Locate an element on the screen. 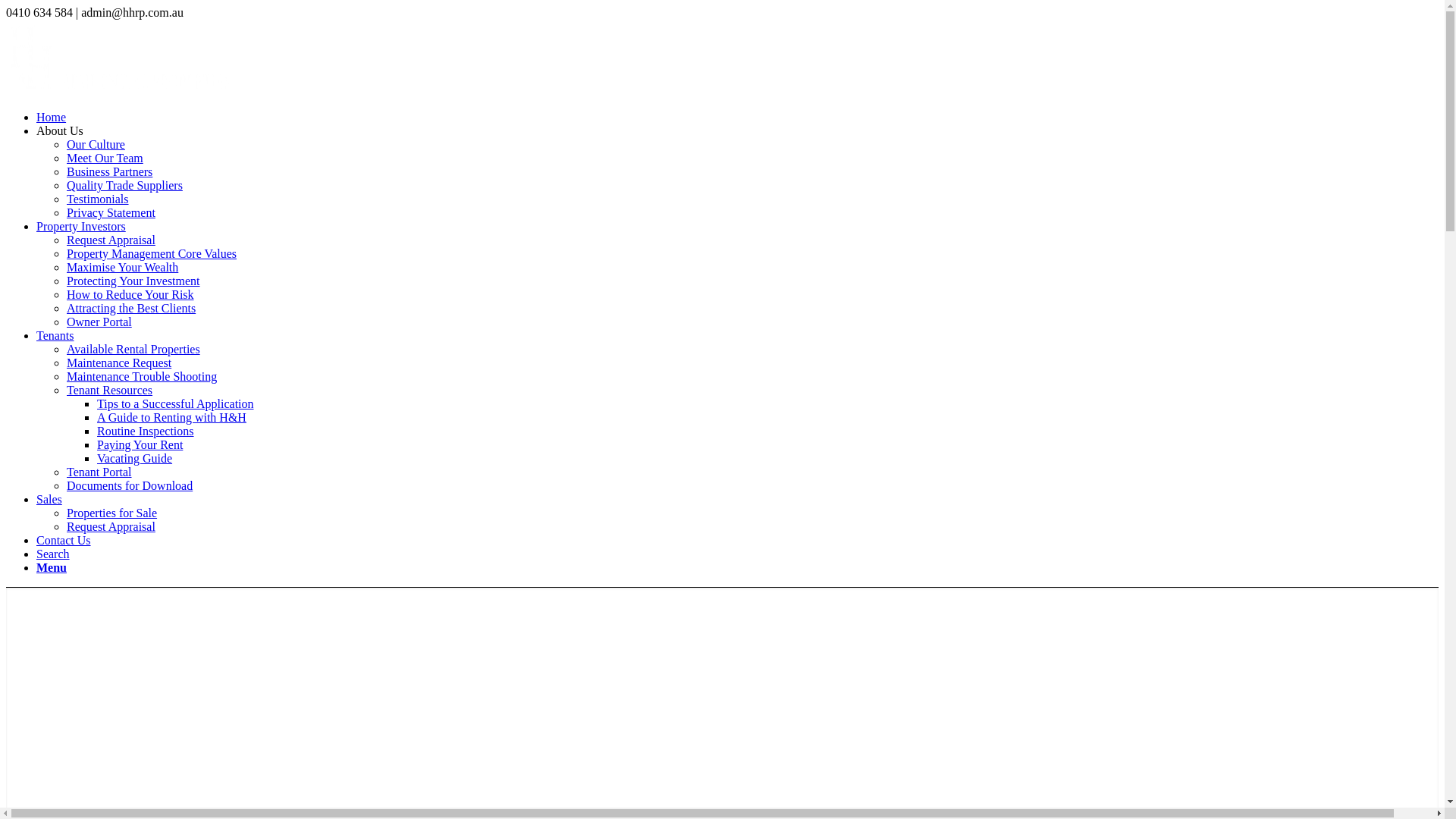  'Tenants' is located at coordinates (36, 334).